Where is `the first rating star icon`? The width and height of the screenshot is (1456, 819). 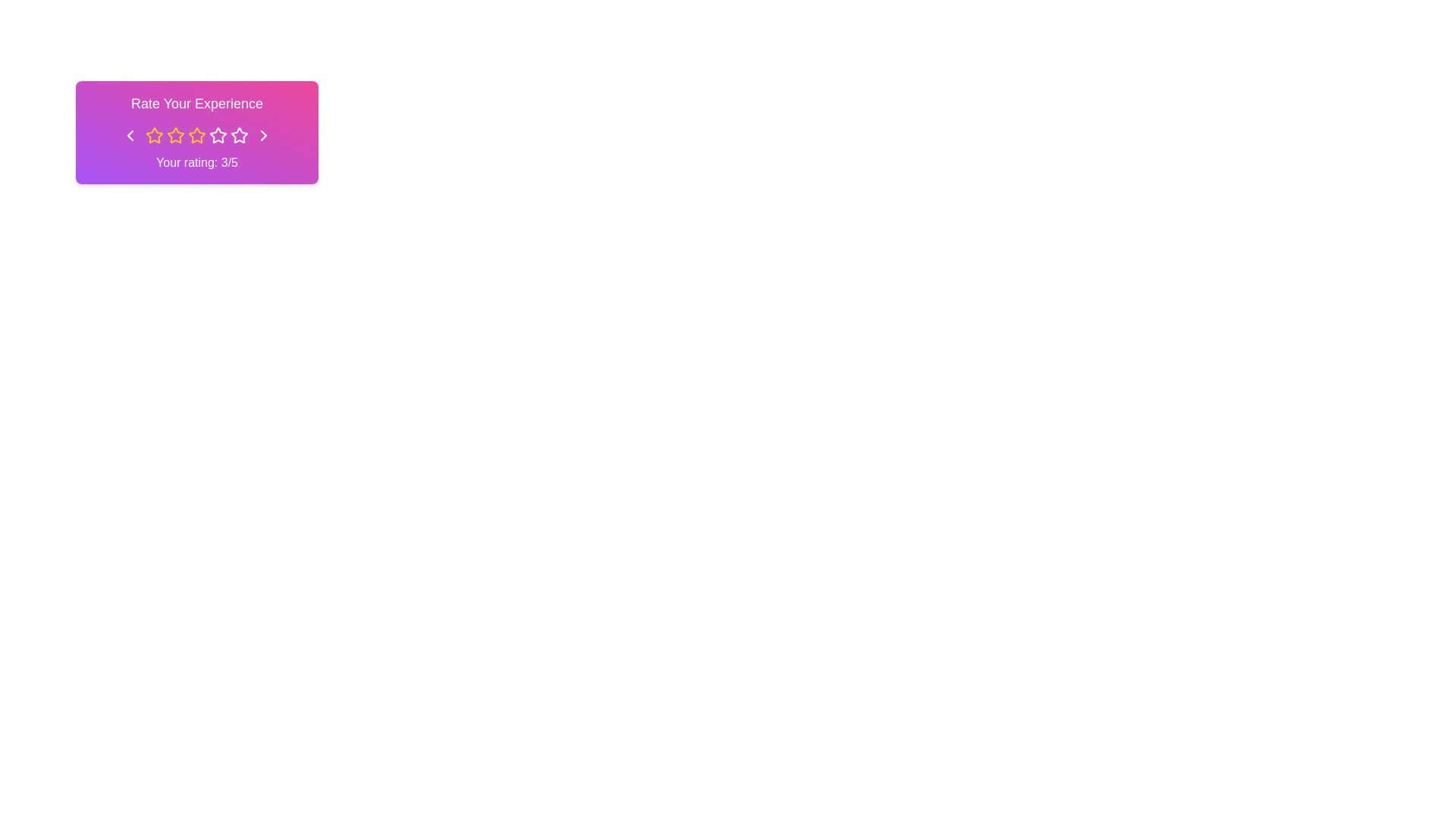
the first rating star icon is located at coordinates (154, 134).